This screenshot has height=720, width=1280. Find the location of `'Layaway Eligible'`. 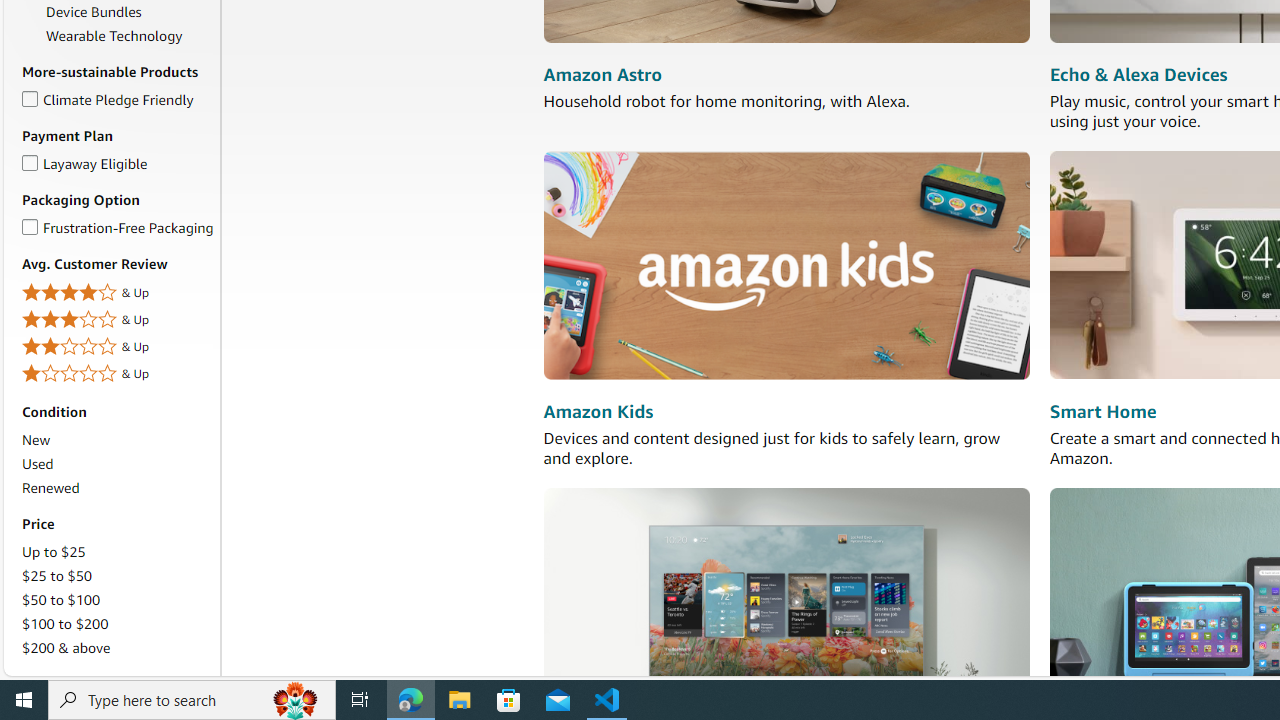

'Layaway Eligible' is located at coordinates (30, 158).